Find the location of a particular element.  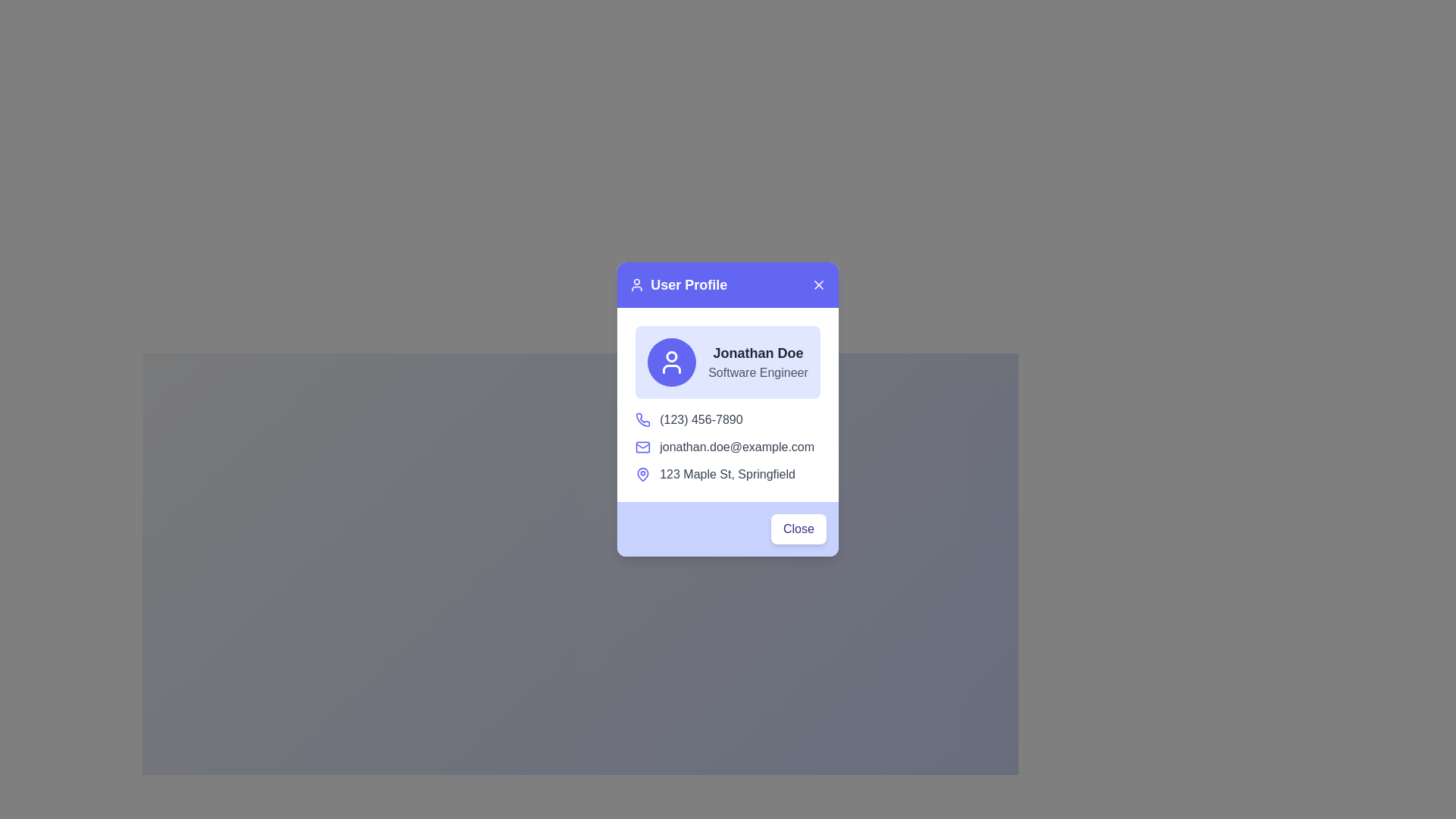

decorative graphic envelope icon element located in the user profile card using developer tools is located at coordinates (643, 447).